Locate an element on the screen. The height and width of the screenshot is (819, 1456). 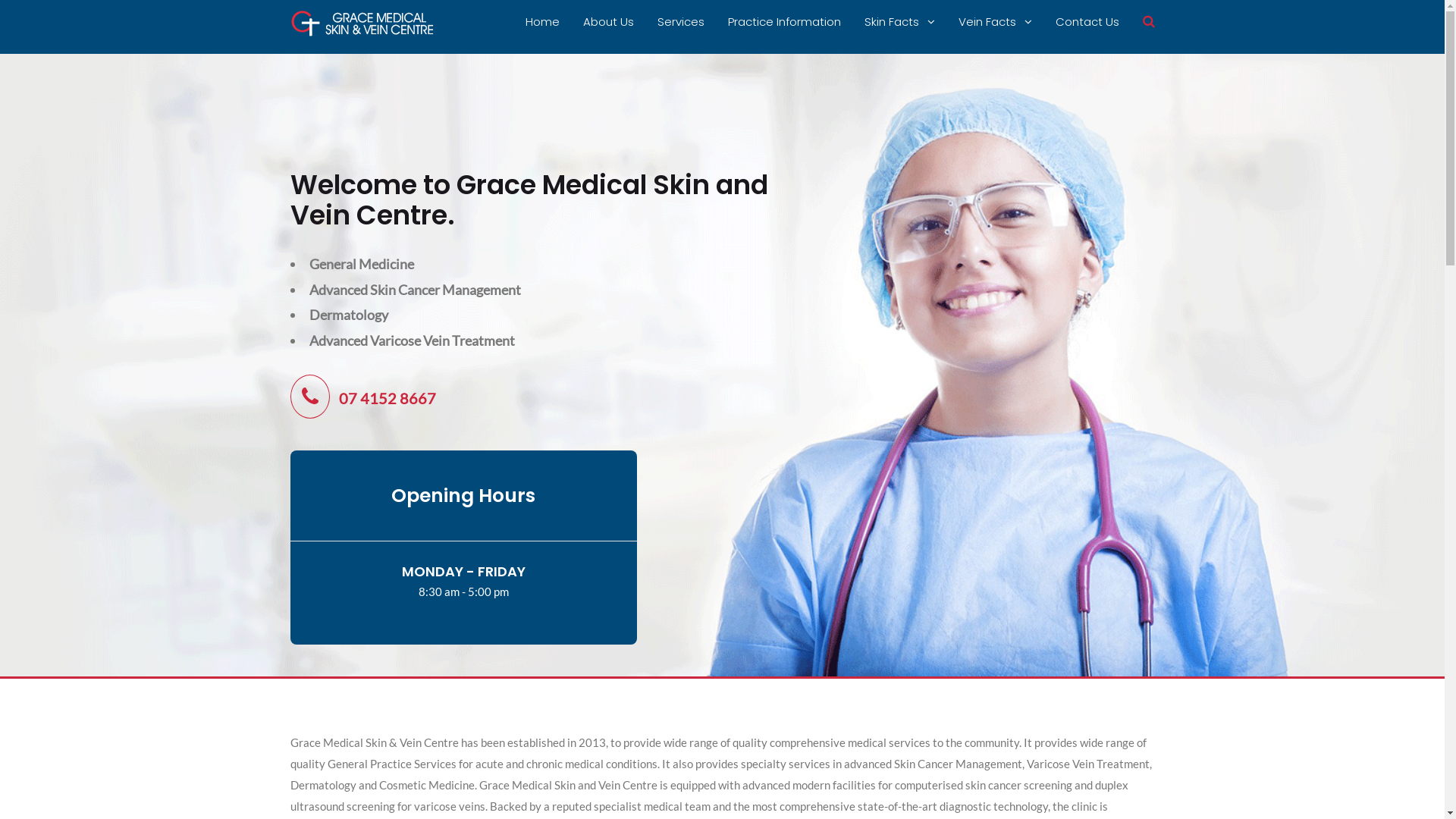
'Contact Us' is located at coordinates (1087, 22).